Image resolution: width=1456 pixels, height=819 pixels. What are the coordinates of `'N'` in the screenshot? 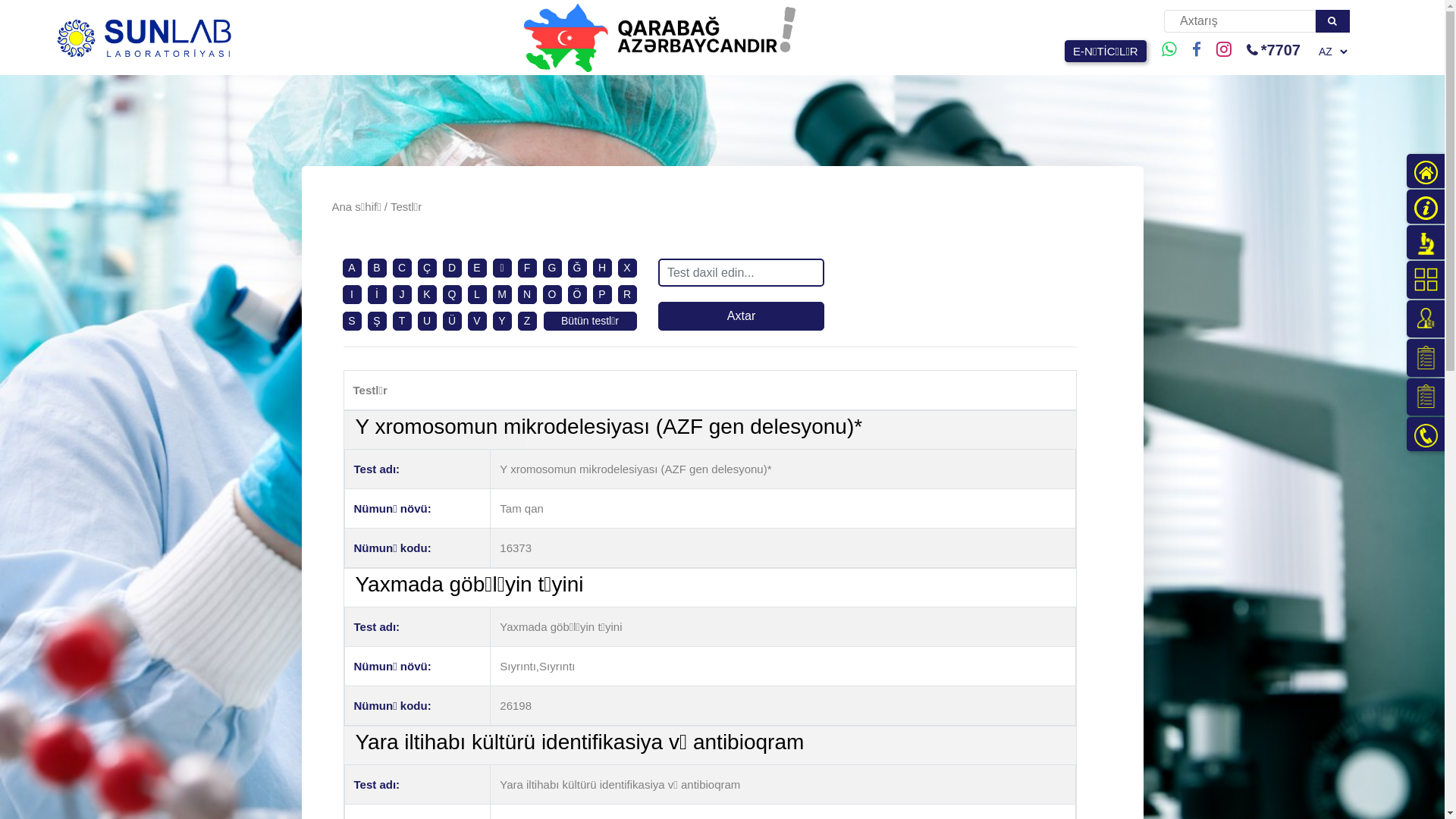 It's located at (523, 294).